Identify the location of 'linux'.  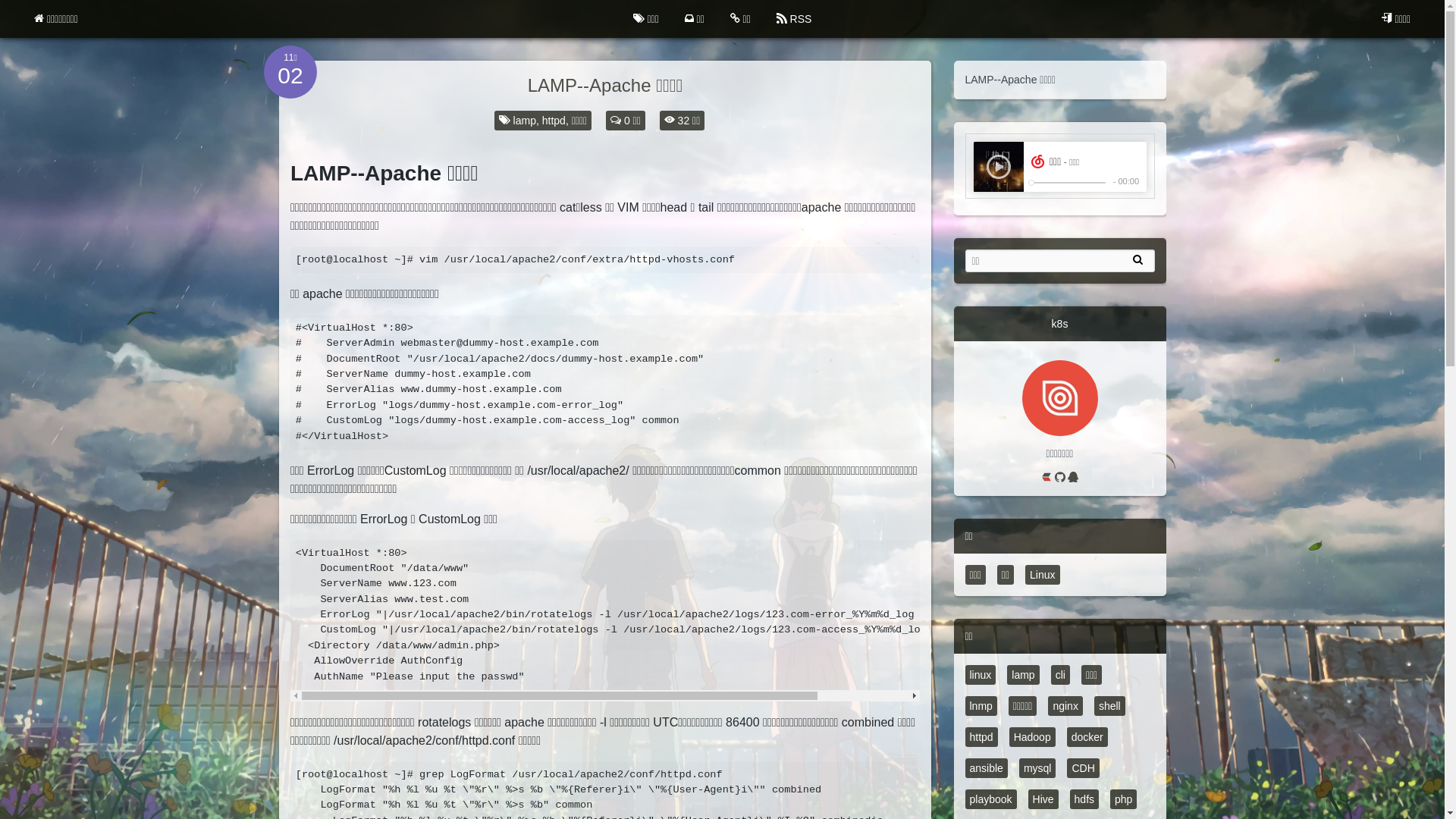
(980, 674).